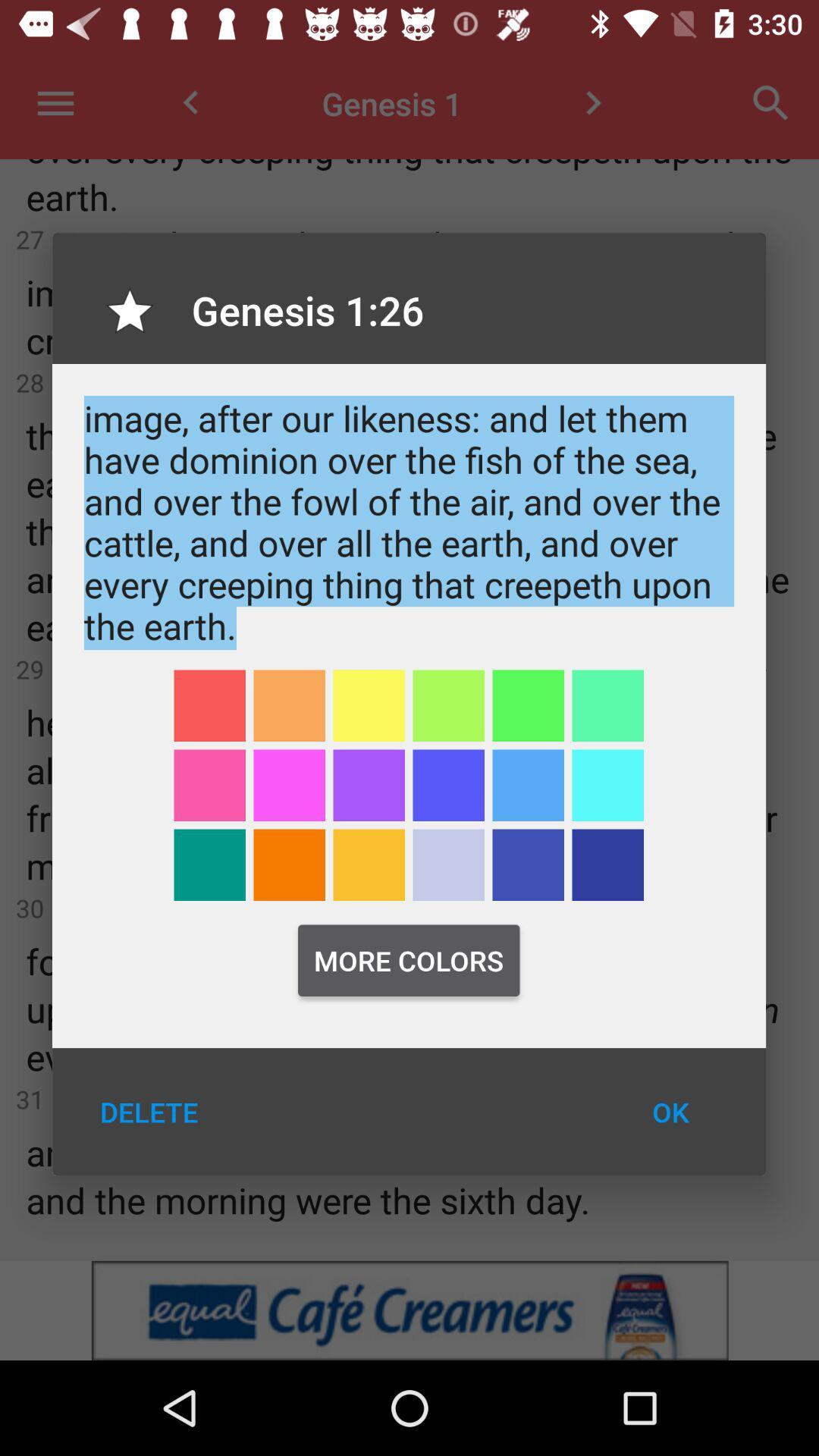  Describe the element at coordinates (149, 1112) in the screenshot. I see `delete` at that location.